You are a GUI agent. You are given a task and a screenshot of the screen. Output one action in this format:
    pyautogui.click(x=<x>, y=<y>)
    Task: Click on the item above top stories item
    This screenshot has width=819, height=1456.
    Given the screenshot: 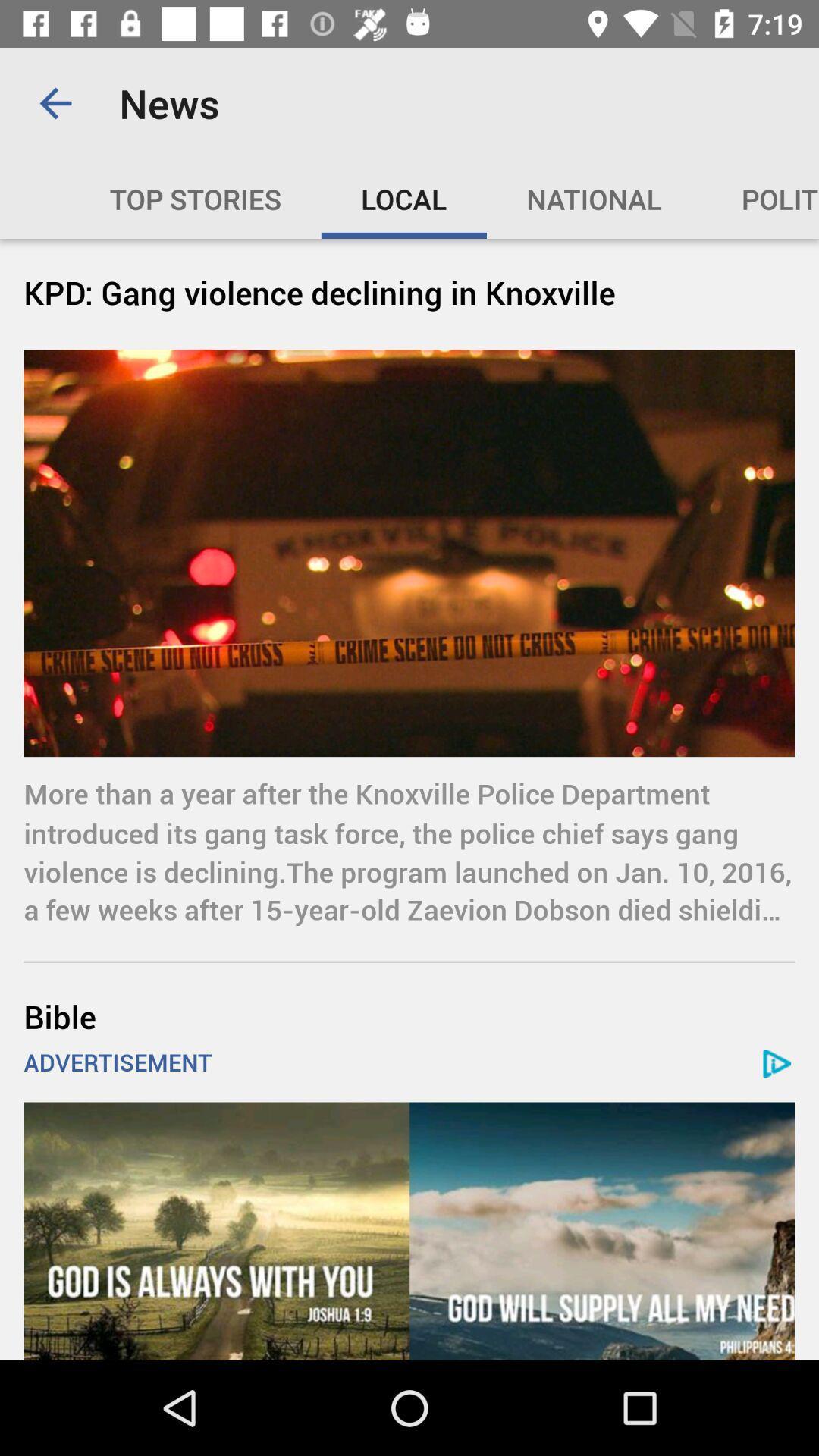 What is the action you would take?
    pyautogui.click(x=55, y=102)
    